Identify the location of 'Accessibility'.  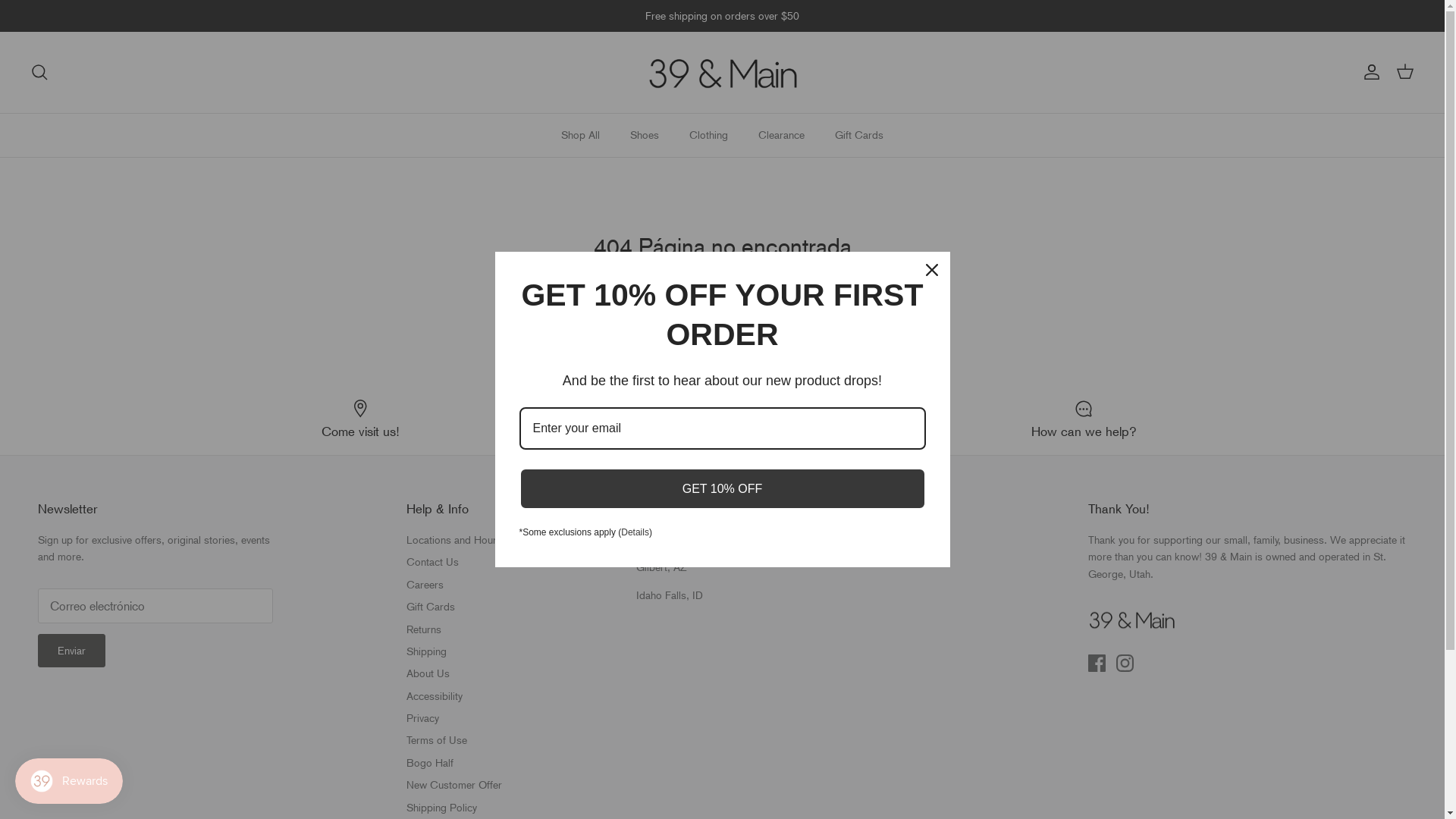
(433, 696).